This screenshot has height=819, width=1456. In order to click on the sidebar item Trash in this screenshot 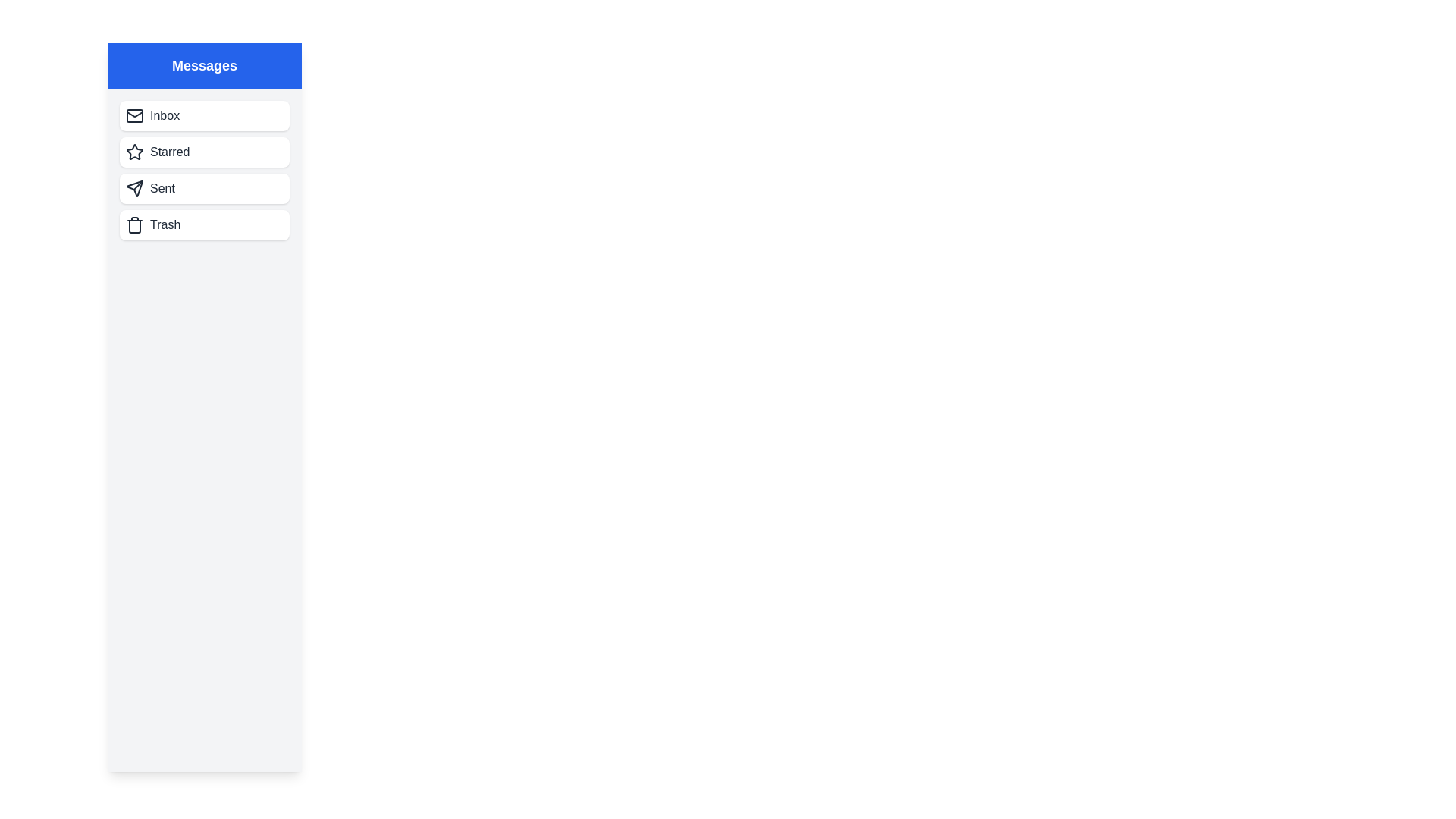, I will do `click(203, 225)`.